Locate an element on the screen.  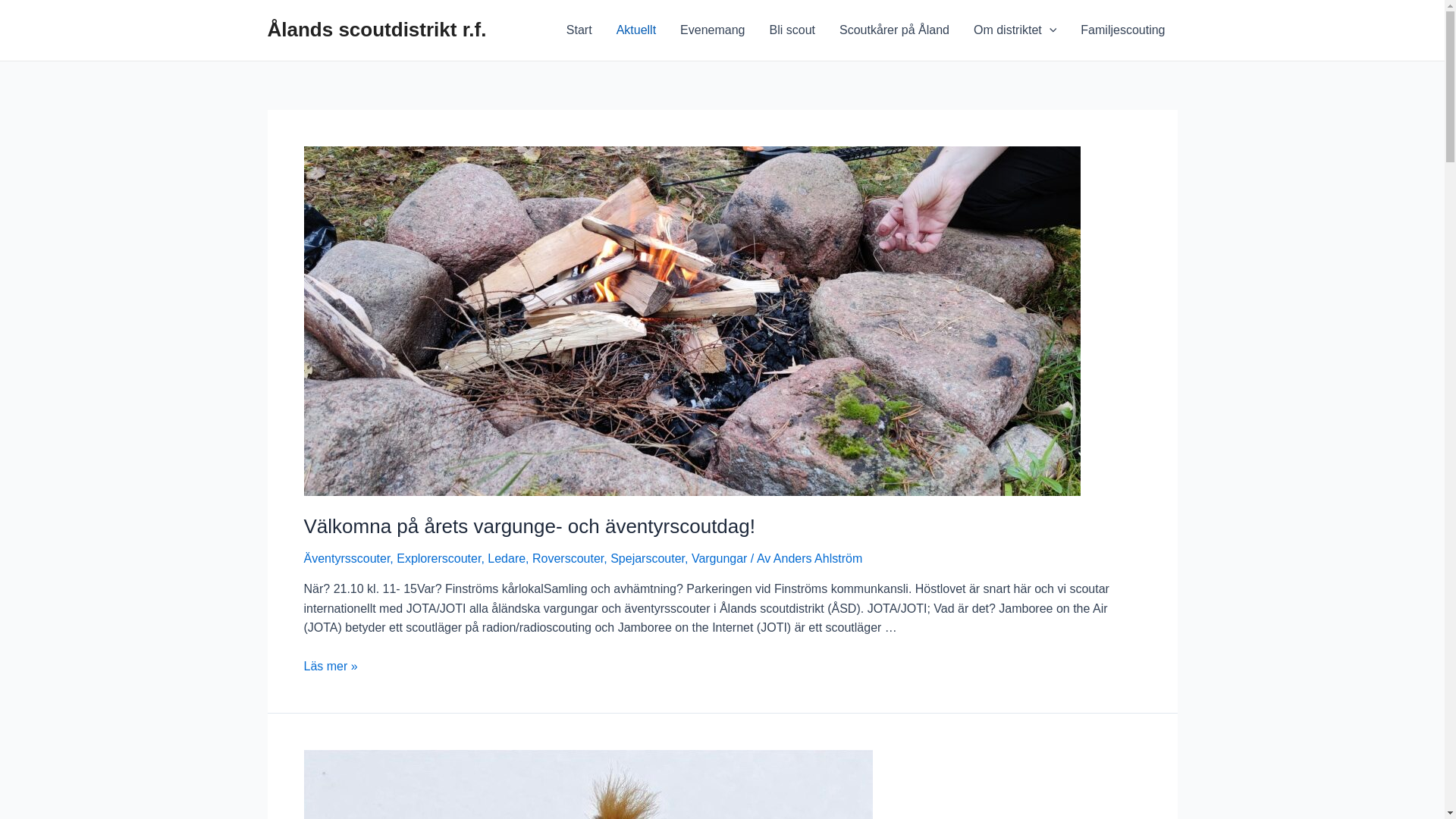
'Start' is located at coordinates (578, 30).